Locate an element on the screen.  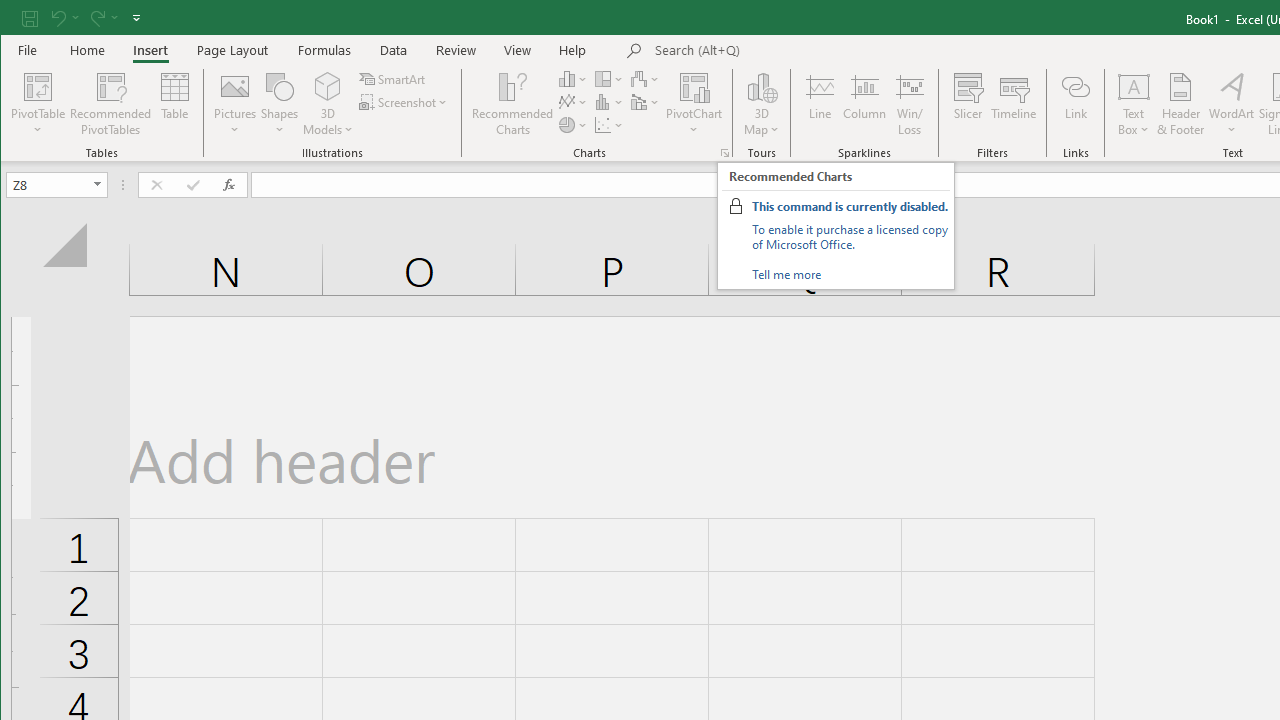
'SmartArt...' is located at coordinates (394, 78).